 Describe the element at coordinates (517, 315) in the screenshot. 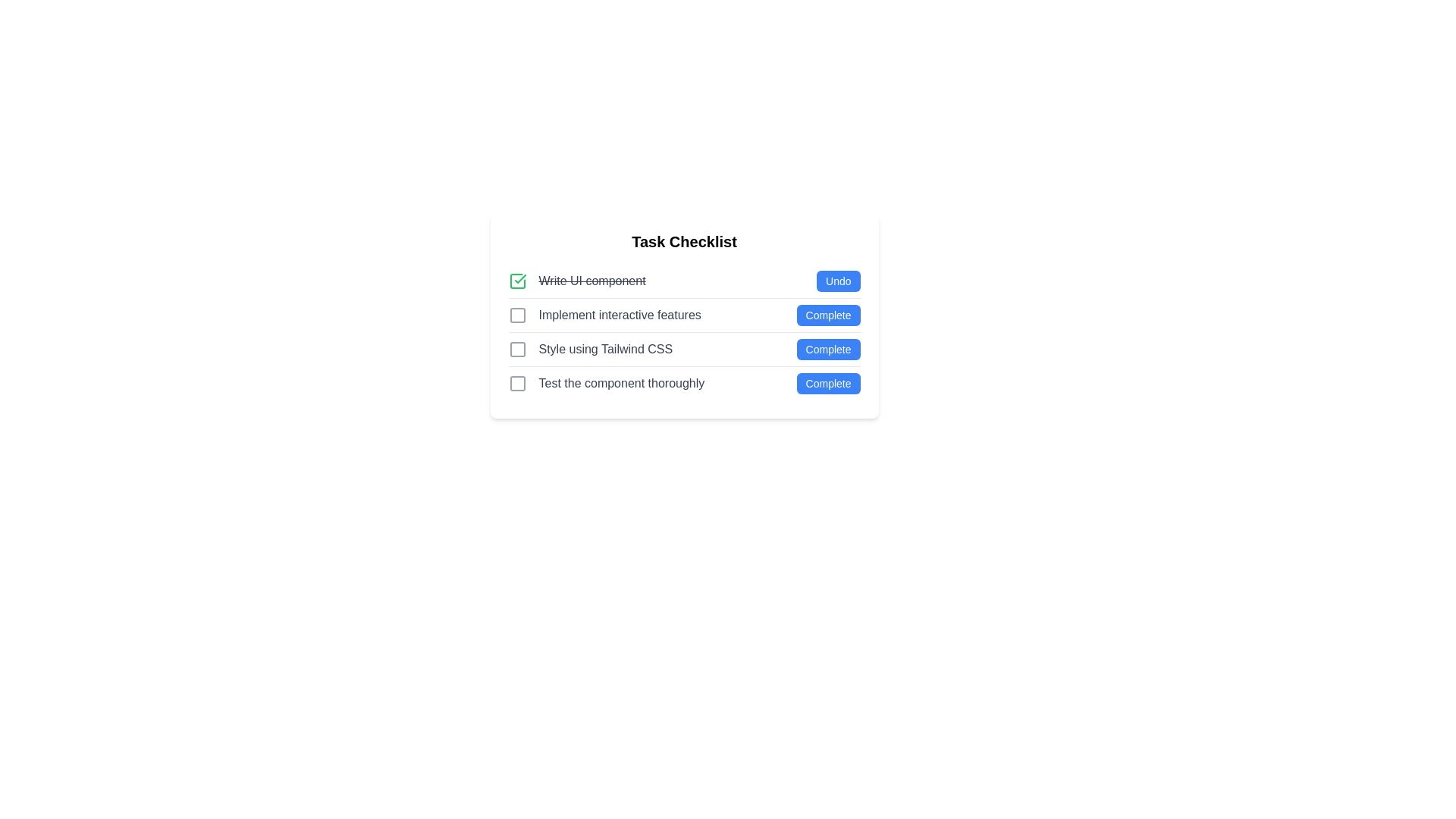

I see `the interactive checkbox located to the left of the text 'Implement interactive features' to provide visual feedback` at that location.